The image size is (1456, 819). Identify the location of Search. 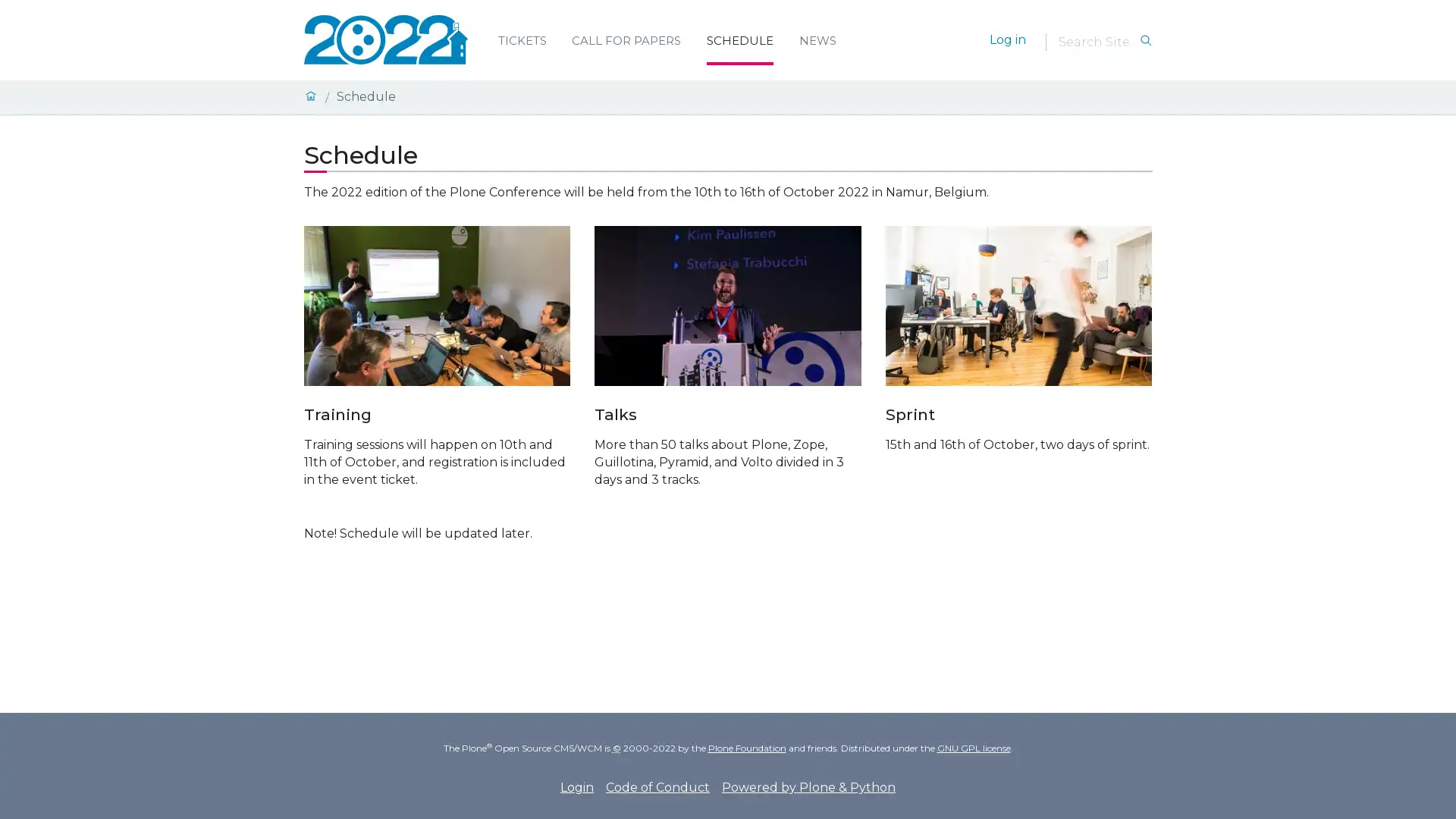
(1145, 40).